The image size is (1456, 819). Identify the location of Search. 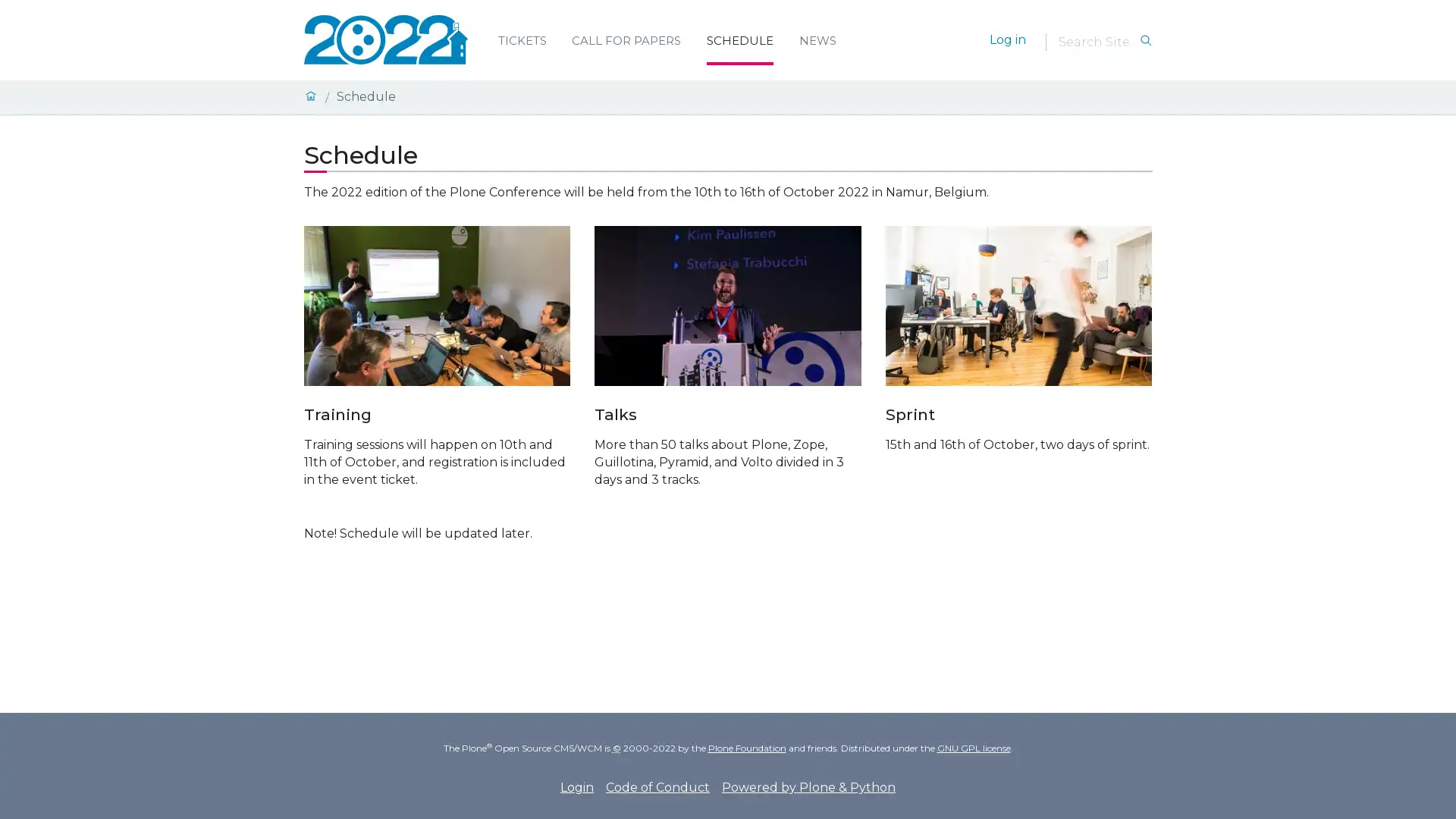
(1145, 40).